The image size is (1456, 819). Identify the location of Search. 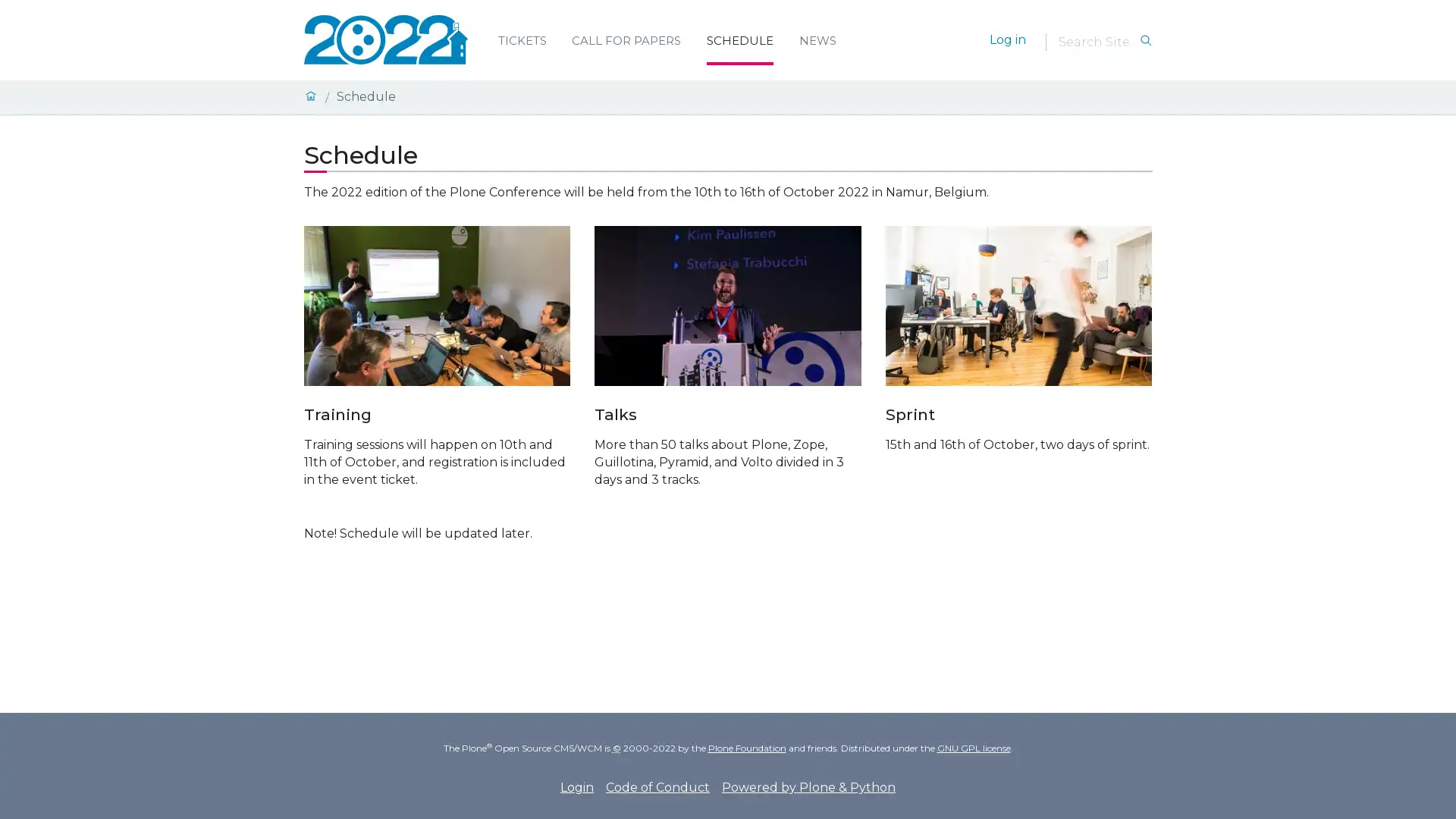
(1145, 40).